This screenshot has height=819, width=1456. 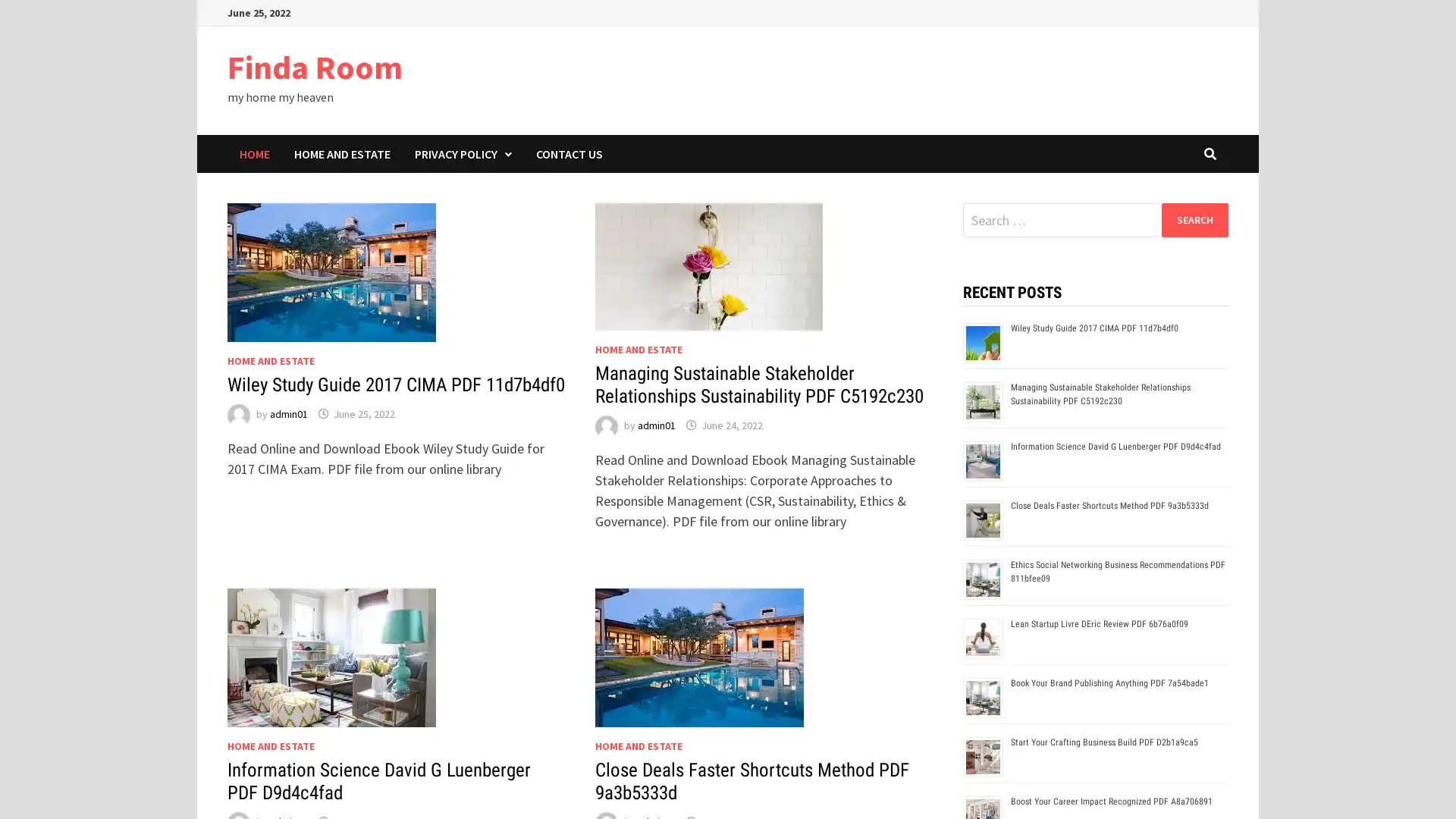 What do you see at coordinates (1194, 219) in the screenshot?
I see `Search` at bounding box center [1194, 219].